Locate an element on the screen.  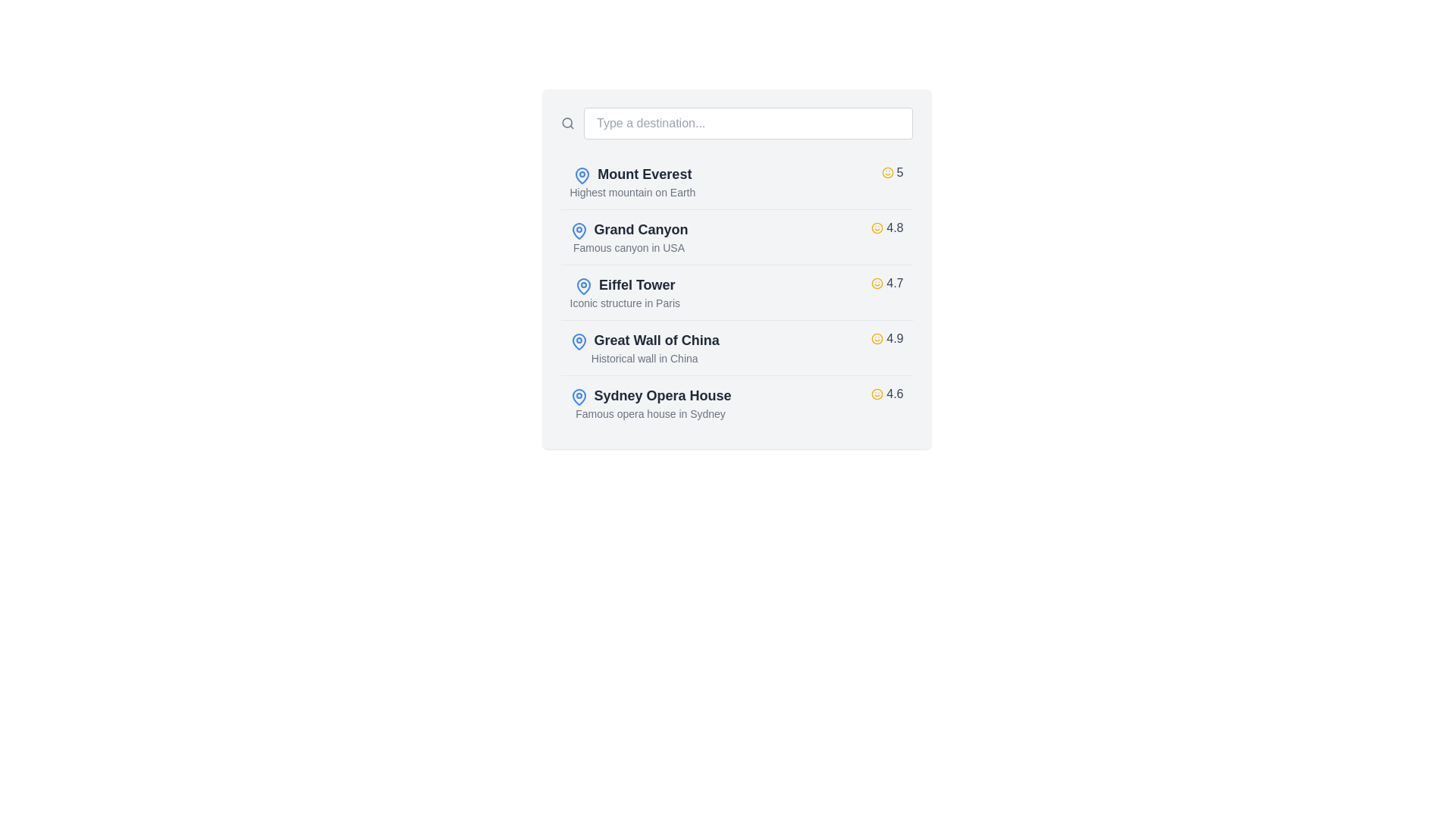
the smiling face icon representing the rating for the 'Sydney Opera House' entry, located next to the text '4.6' is located at coordinates (877, 394).